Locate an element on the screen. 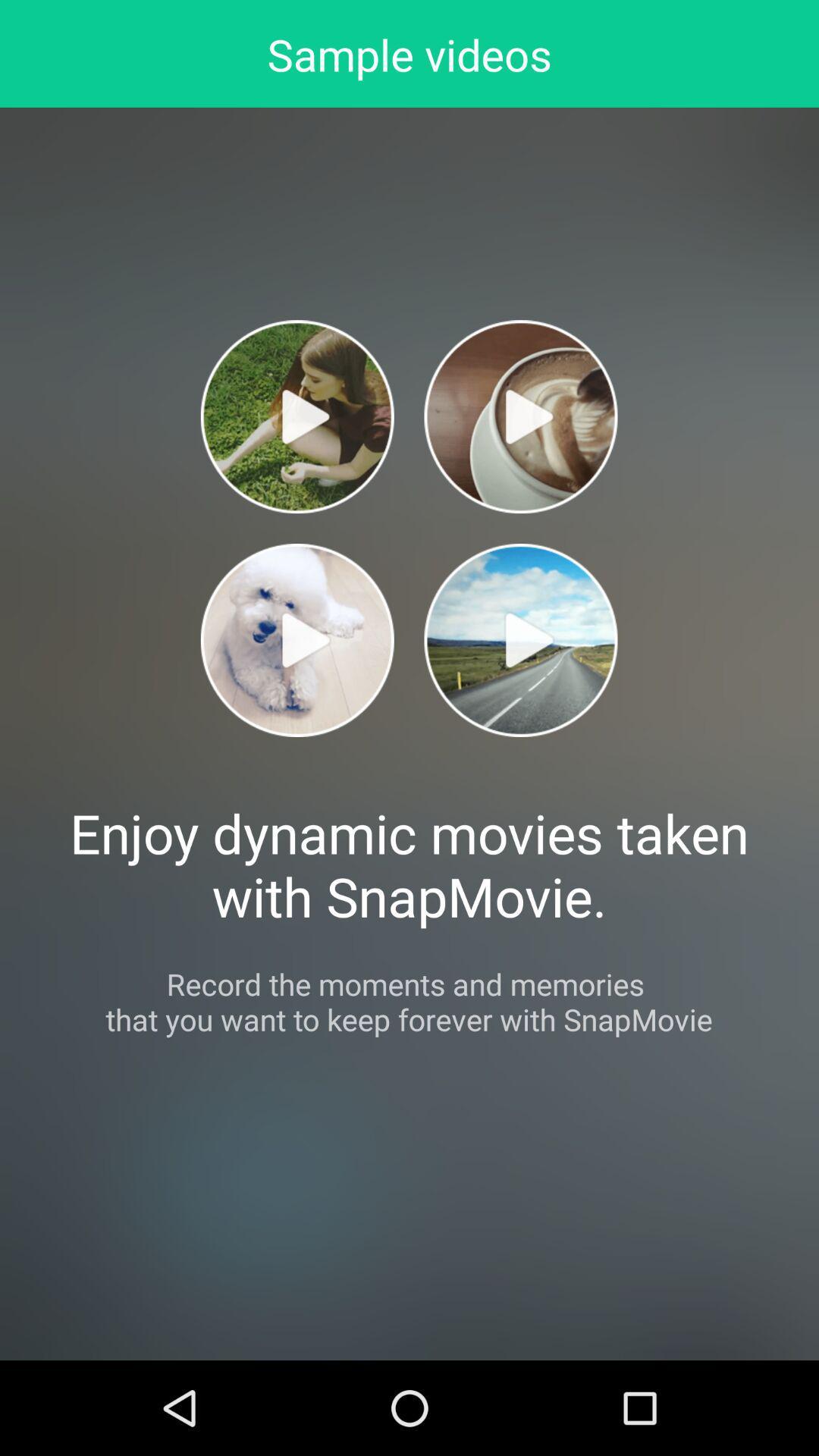 The width and height of the screenshot is (819, 1456). sample video is located at coordinates (519, 416).